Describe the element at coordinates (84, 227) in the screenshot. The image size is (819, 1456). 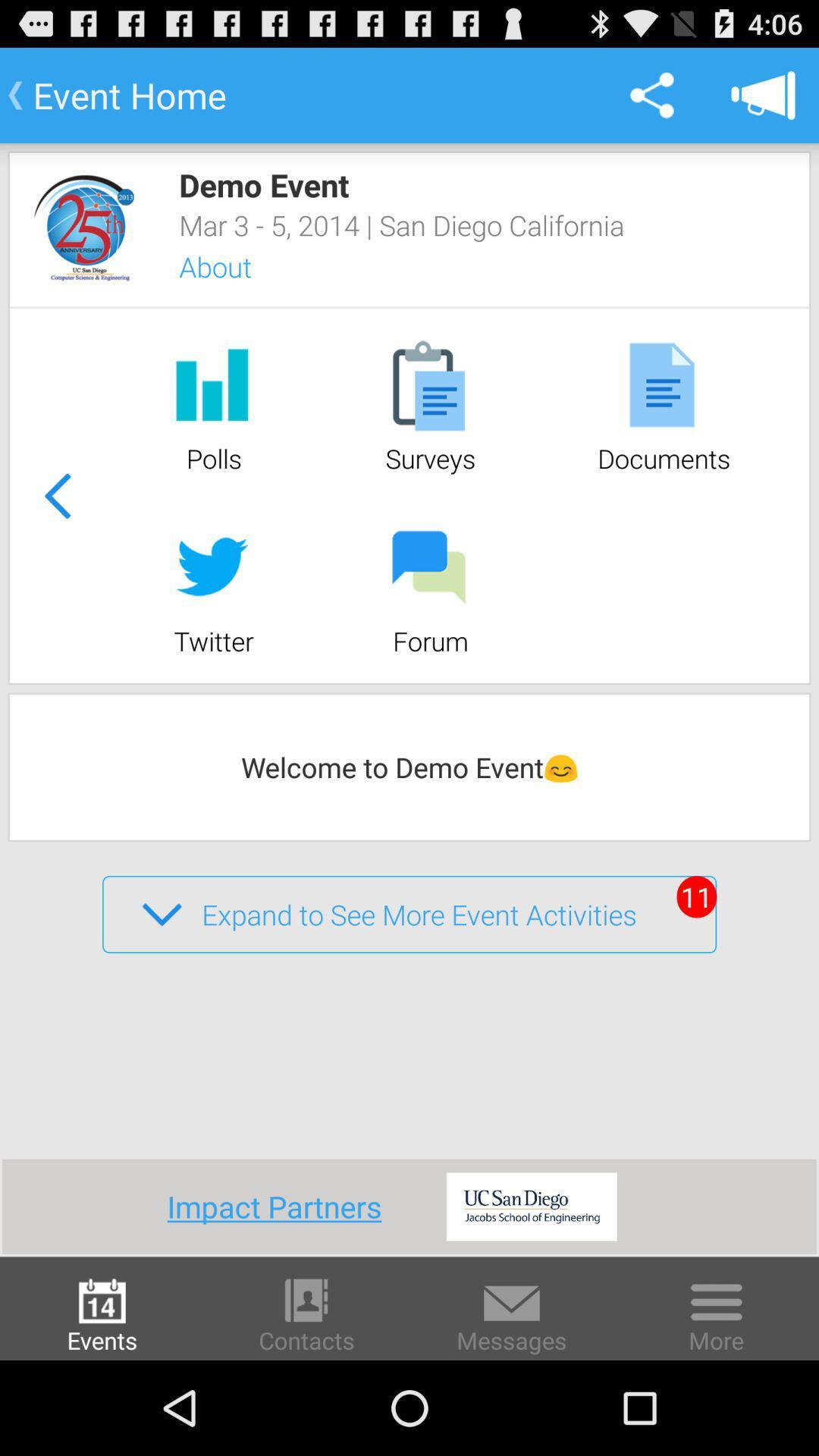
I see `the app next to the demo event` at that location.